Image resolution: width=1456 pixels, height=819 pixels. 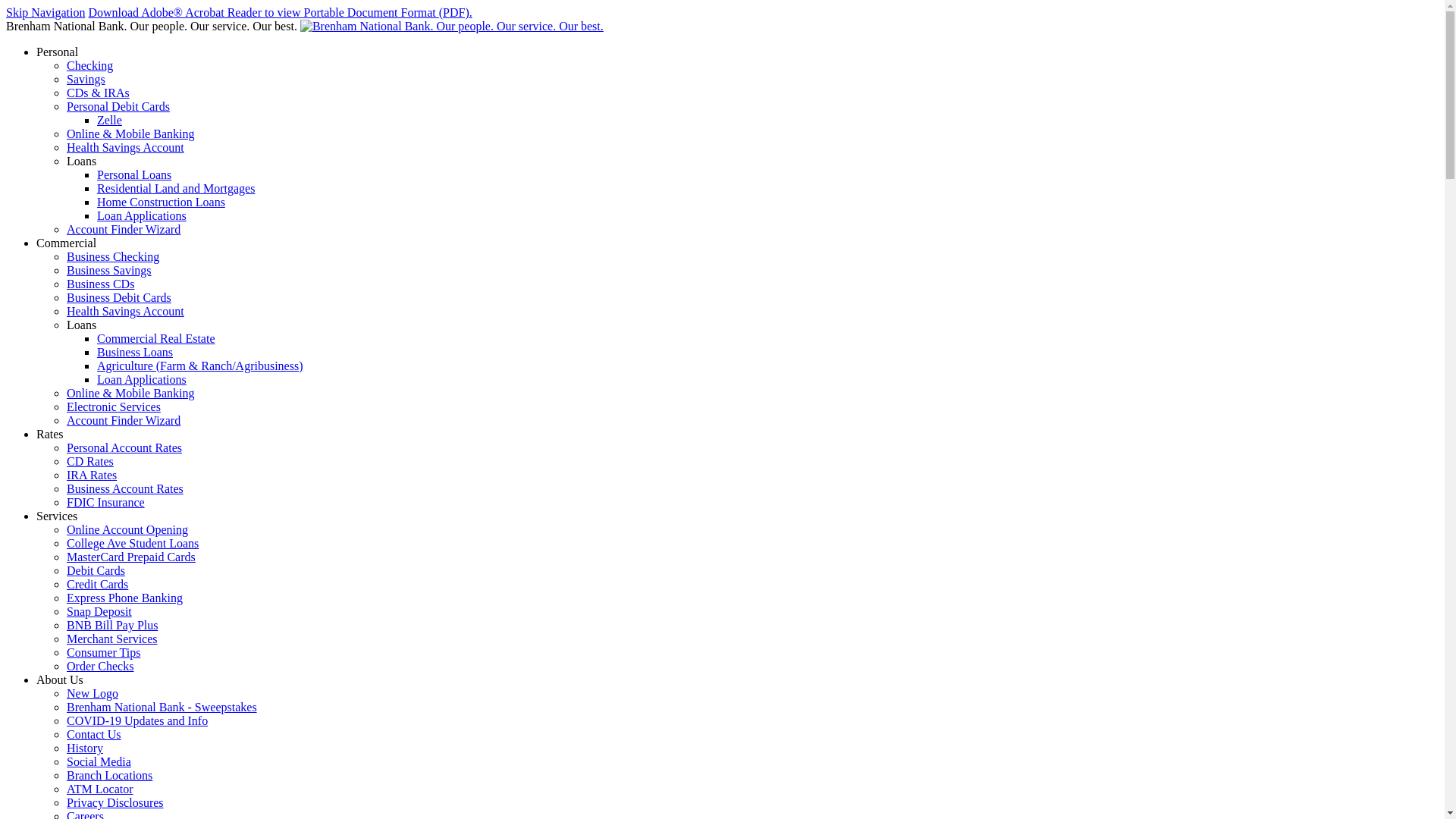 I want to click on 'Skip Navigation', so click(x=45, y=12).